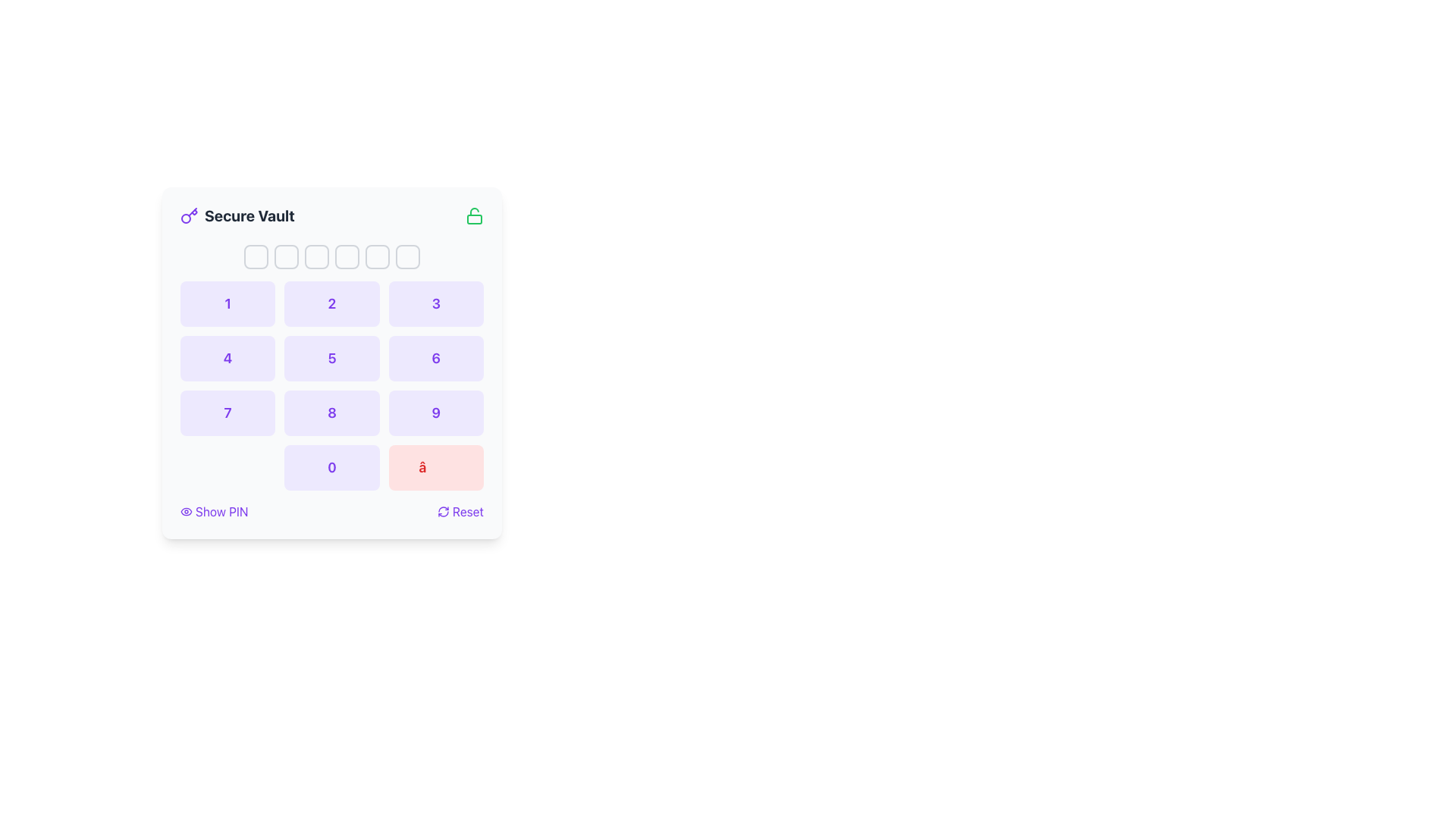  I want to click on the numeric keypad button labeled '8' to input the number, so click(331, 413).